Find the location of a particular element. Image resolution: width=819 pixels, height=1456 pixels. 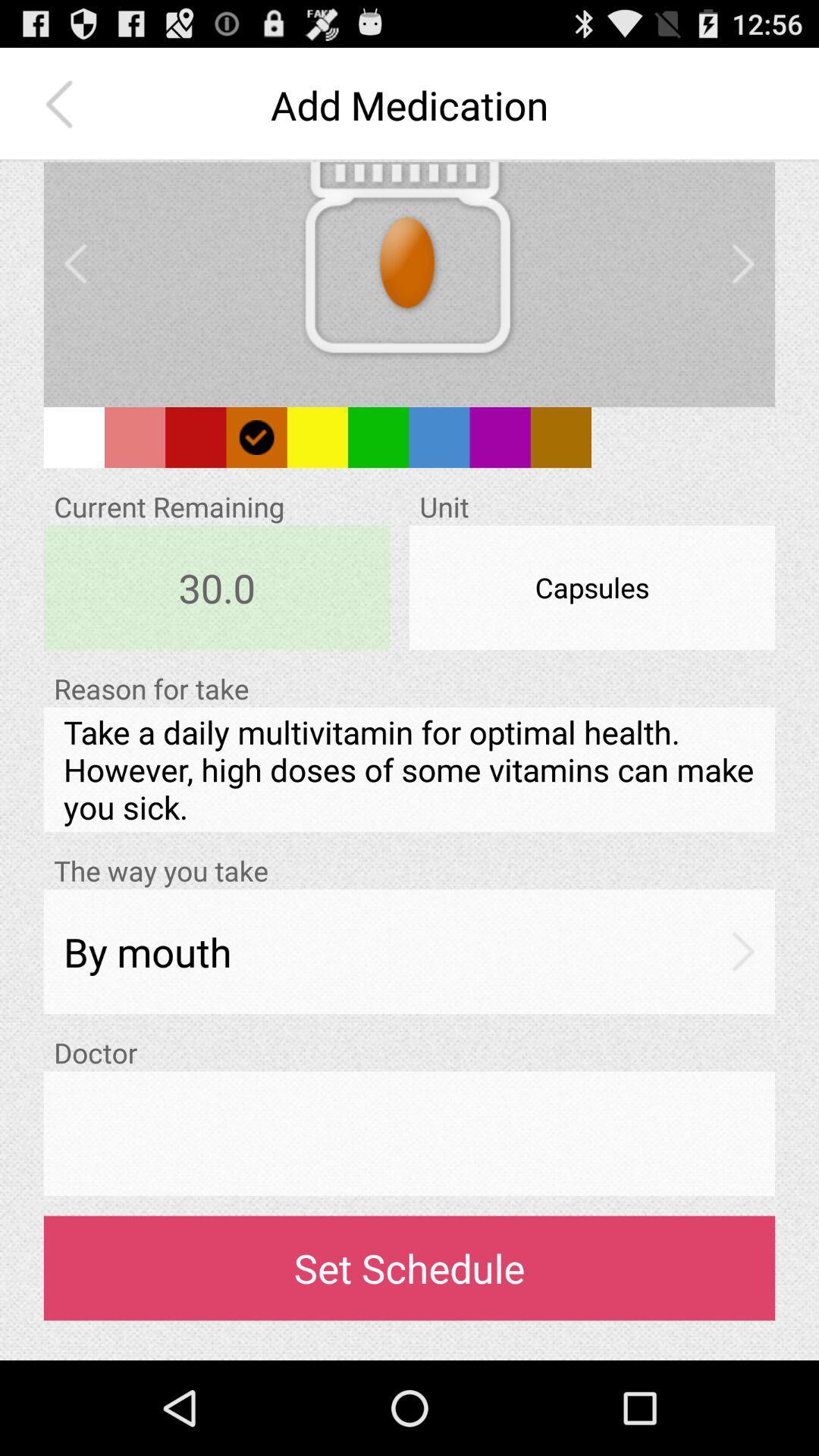

the button above doctor is located at coordinates (409, 950).